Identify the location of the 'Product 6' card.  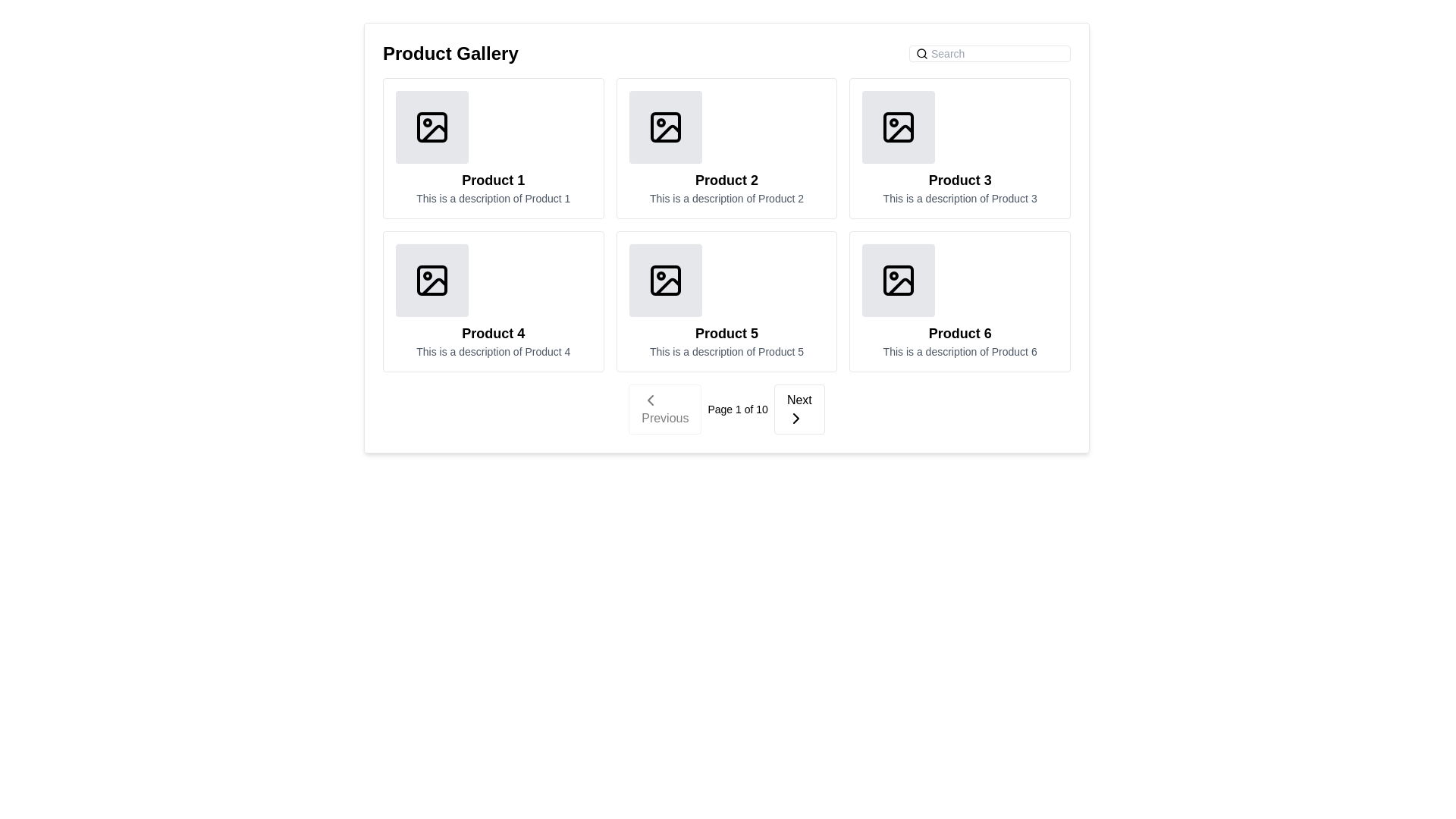
(959, 301).